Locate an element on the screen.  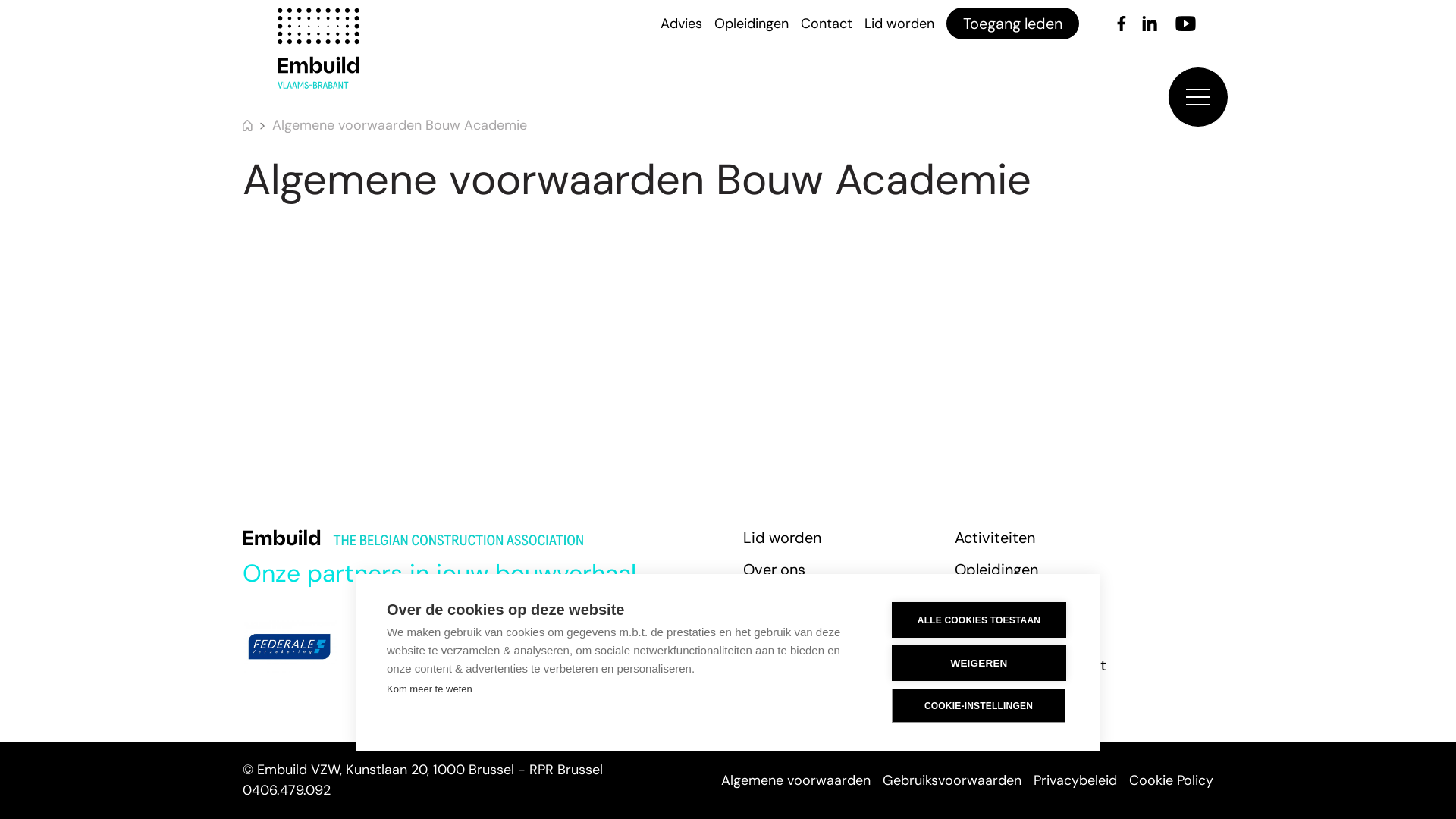
'ALLE COOKIES TOESTAAN' is located at coordinates (979, 620).